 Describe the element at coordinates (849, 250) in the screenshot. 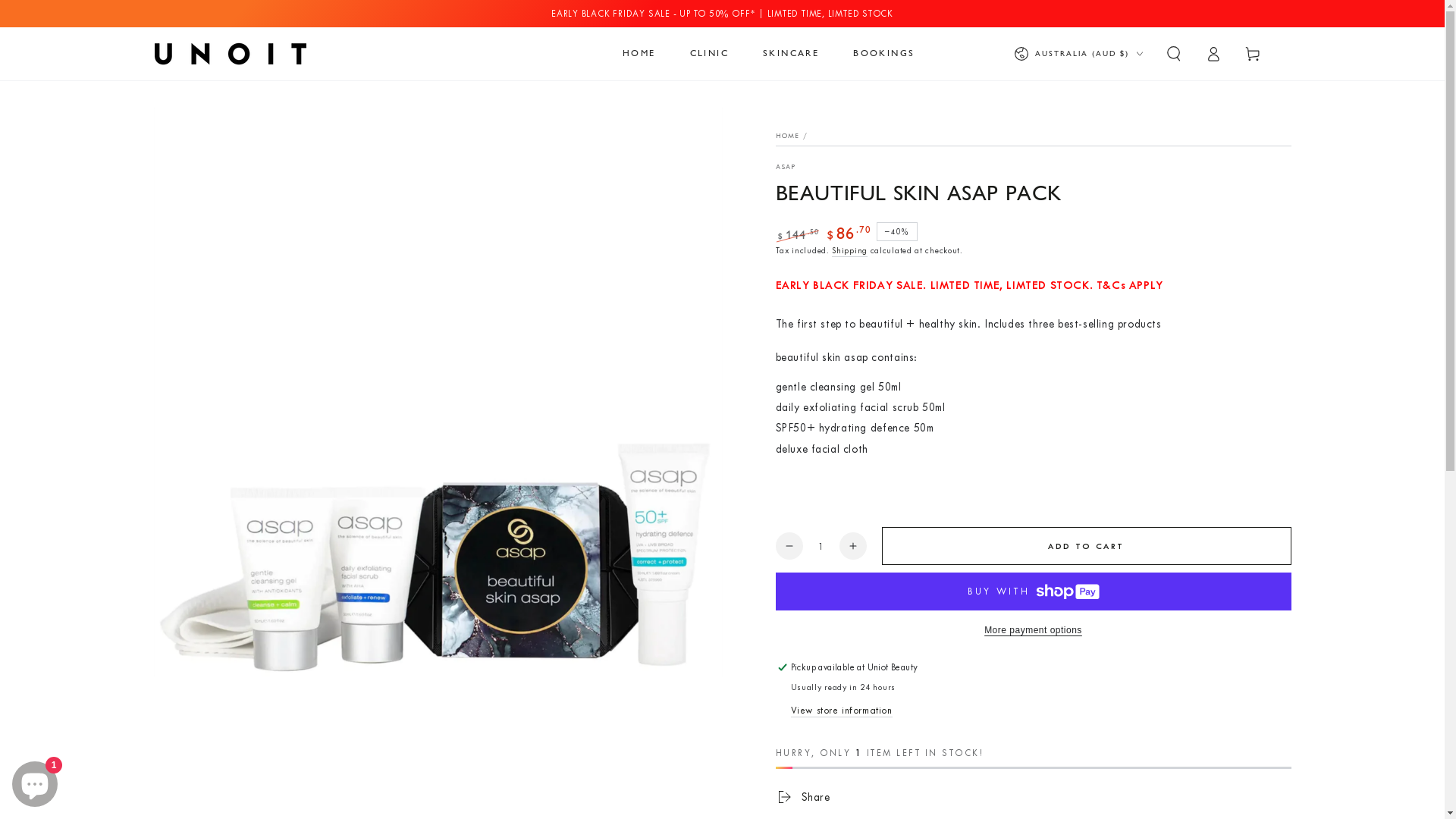

I see `'Shipping'` at that location.